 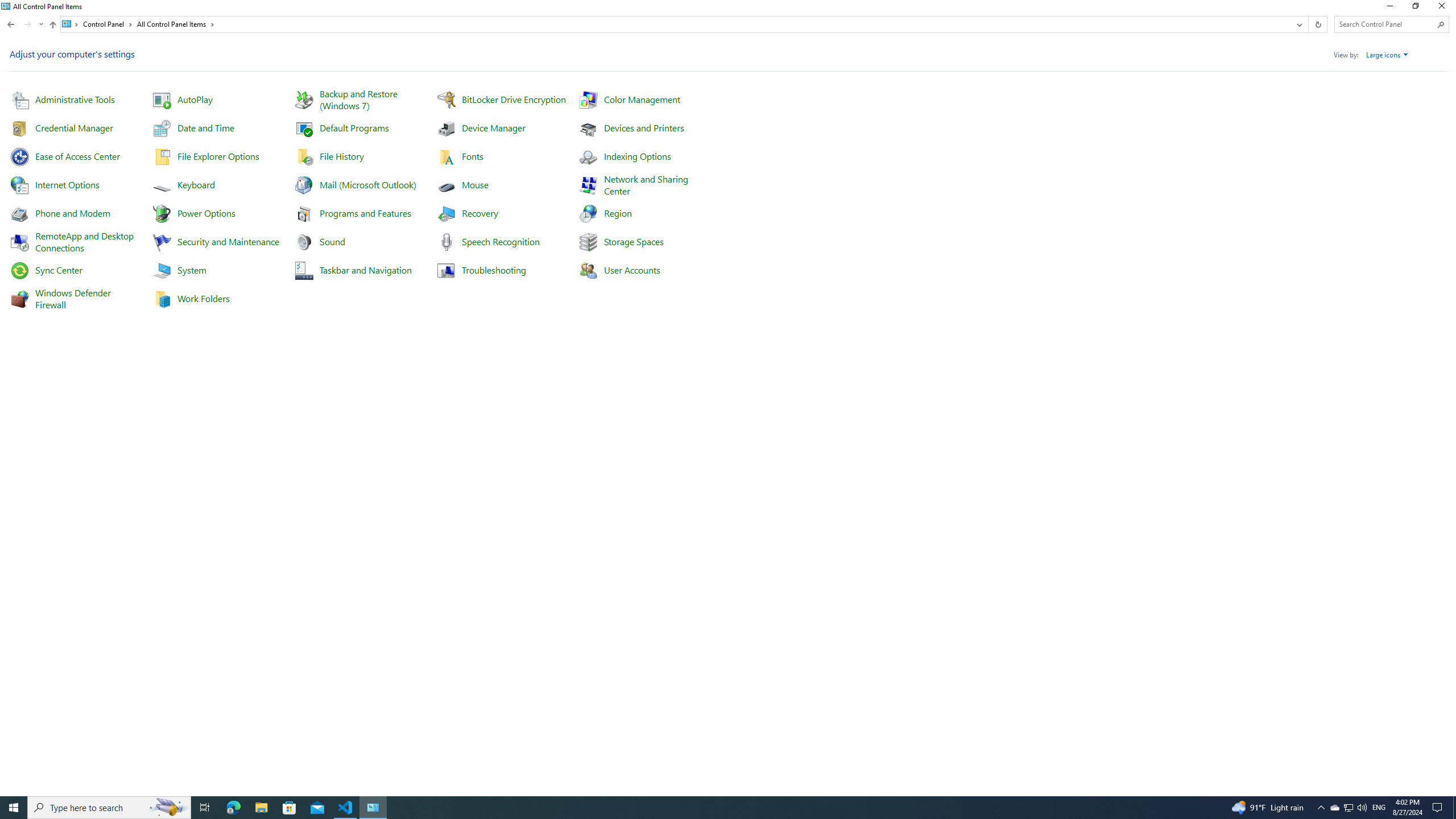 What do you see at coordinates (332, 241) in the screenshot?
I see `'Sound'` at bounding box center [332, 241].